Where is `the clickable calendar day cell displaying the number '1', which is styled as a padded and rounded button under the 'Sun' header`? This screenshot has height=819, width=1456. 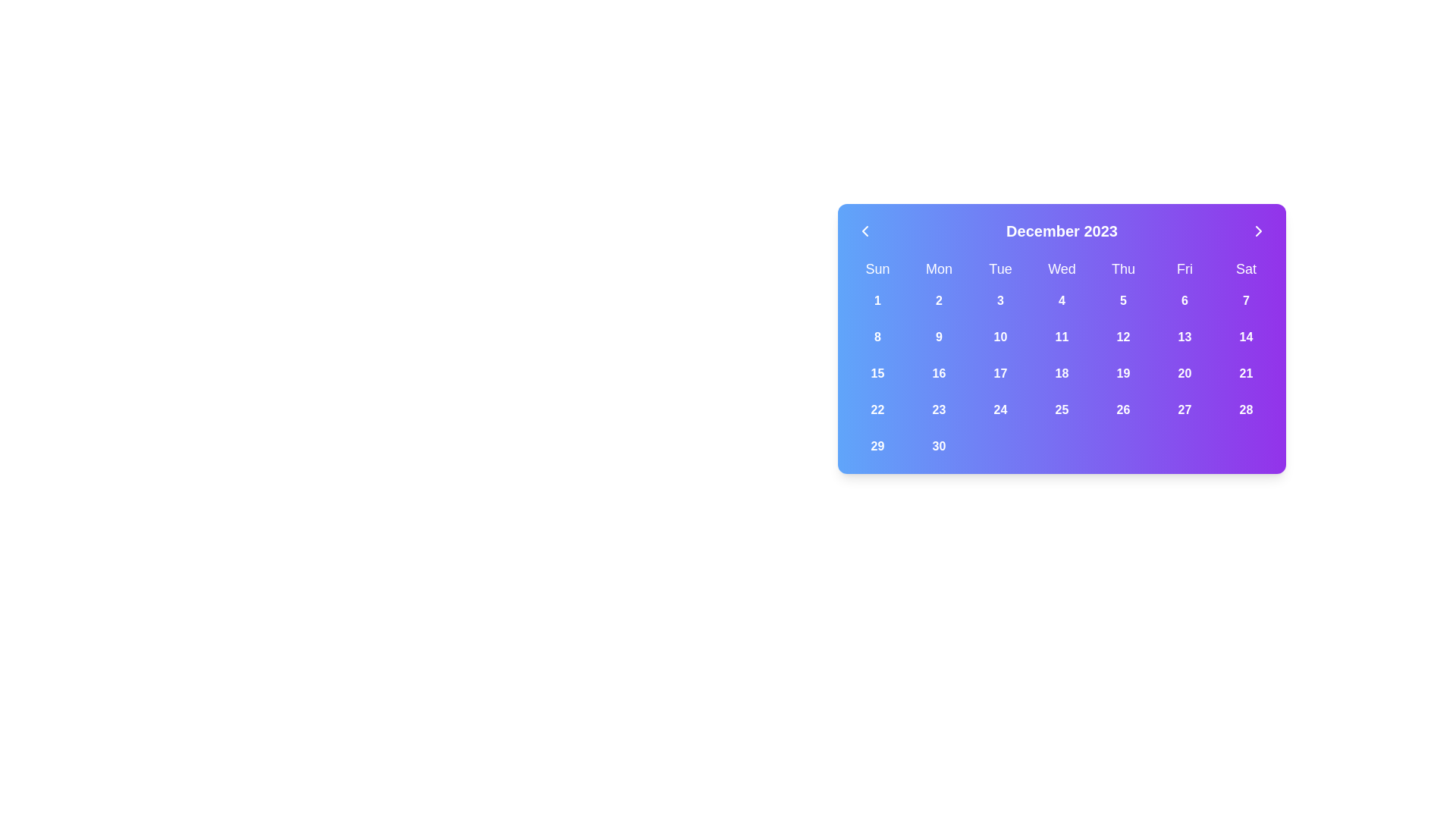 the clickable calendar day cell displaying the number '1', which is styled as a padded and rounded button under the 'Sun' header is located at coordinates (877, 301).